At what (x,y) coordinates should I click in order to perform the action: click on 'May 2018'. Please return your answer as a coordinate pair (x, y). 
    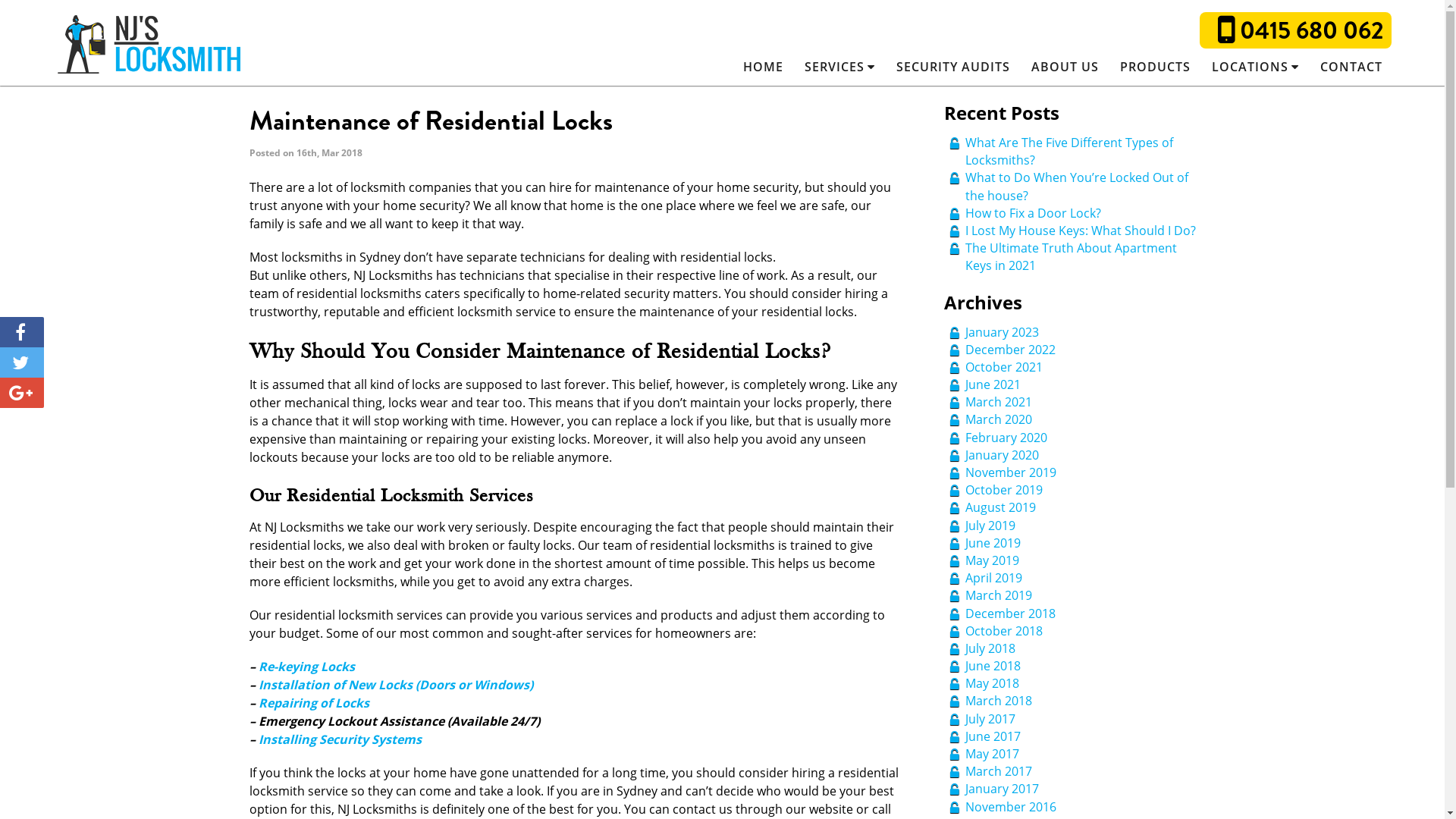
    Looking at the image, I should click on (991, 683).